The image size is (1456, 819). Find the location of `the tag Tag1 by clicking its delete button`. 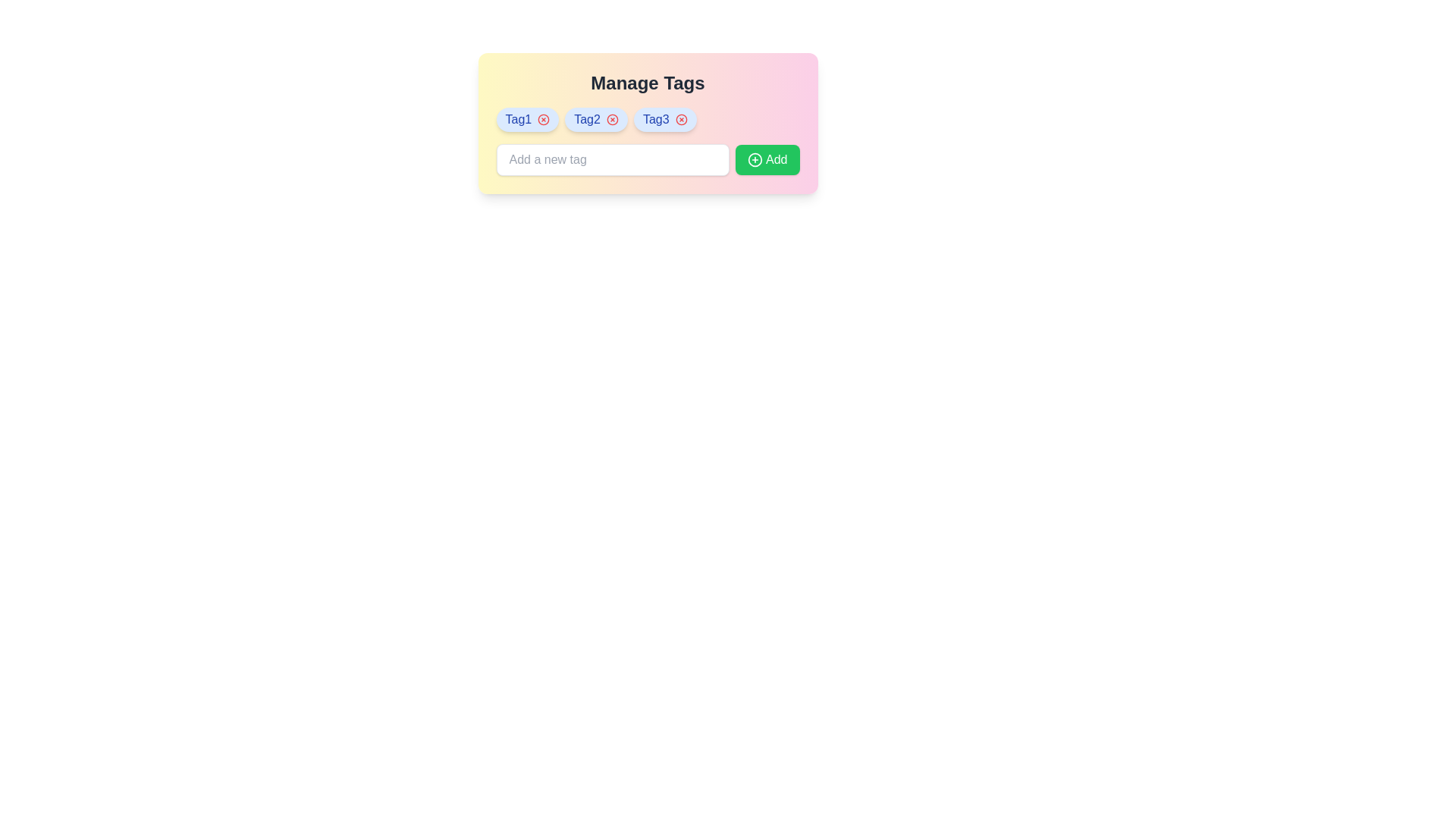

the tag Tag1 by clicking its delete button is located at coordinates (544, 119).